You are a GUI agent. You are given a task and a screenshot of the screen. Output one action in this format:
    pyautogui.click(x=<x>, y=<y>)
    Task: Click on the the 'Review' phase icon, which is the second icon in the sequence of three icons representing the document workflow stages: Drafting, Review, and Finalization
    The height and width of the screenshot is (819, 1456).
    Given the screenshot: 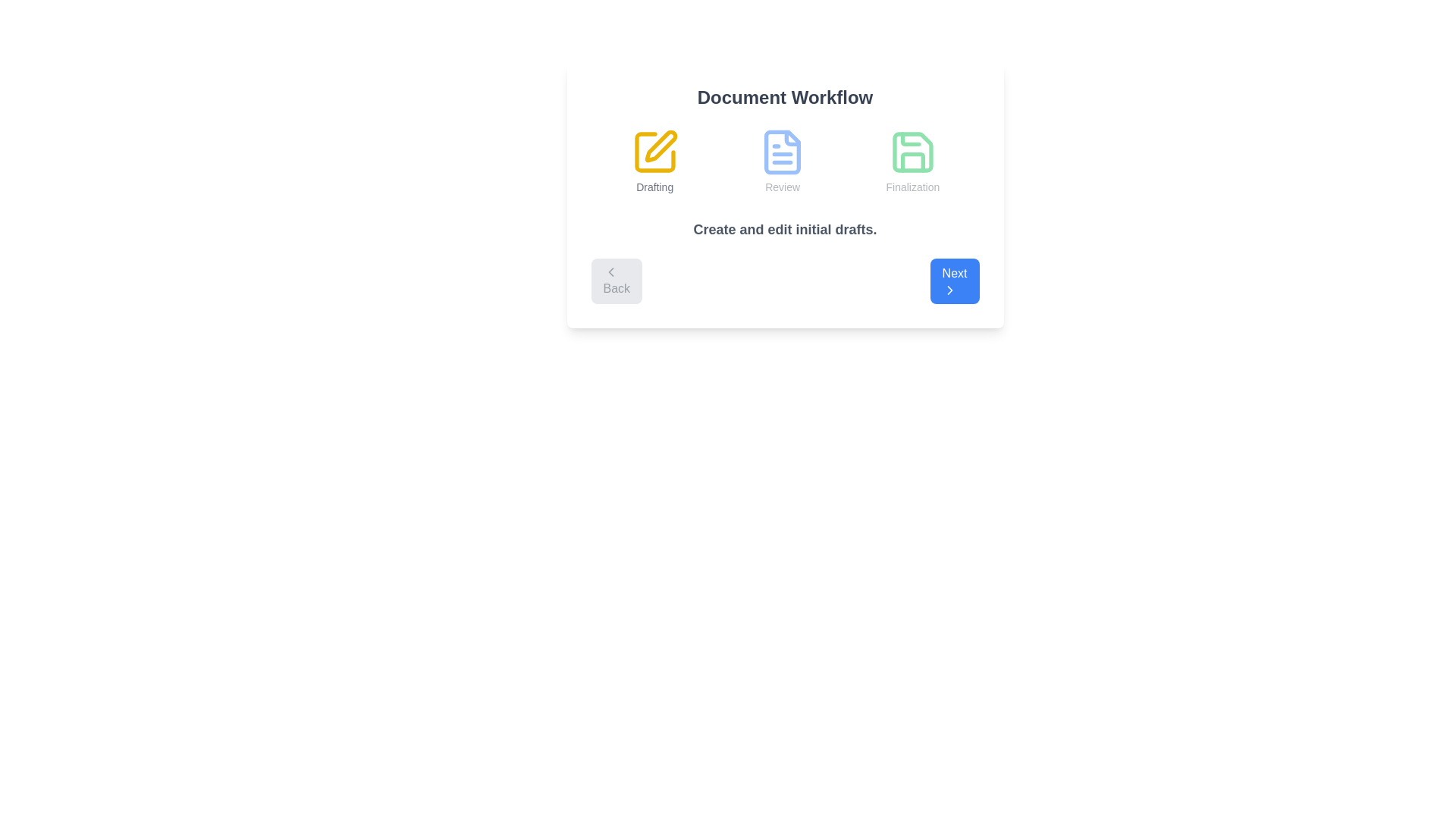 What is the action you would take?
    pyautogui.click(x=783, y=152)
    